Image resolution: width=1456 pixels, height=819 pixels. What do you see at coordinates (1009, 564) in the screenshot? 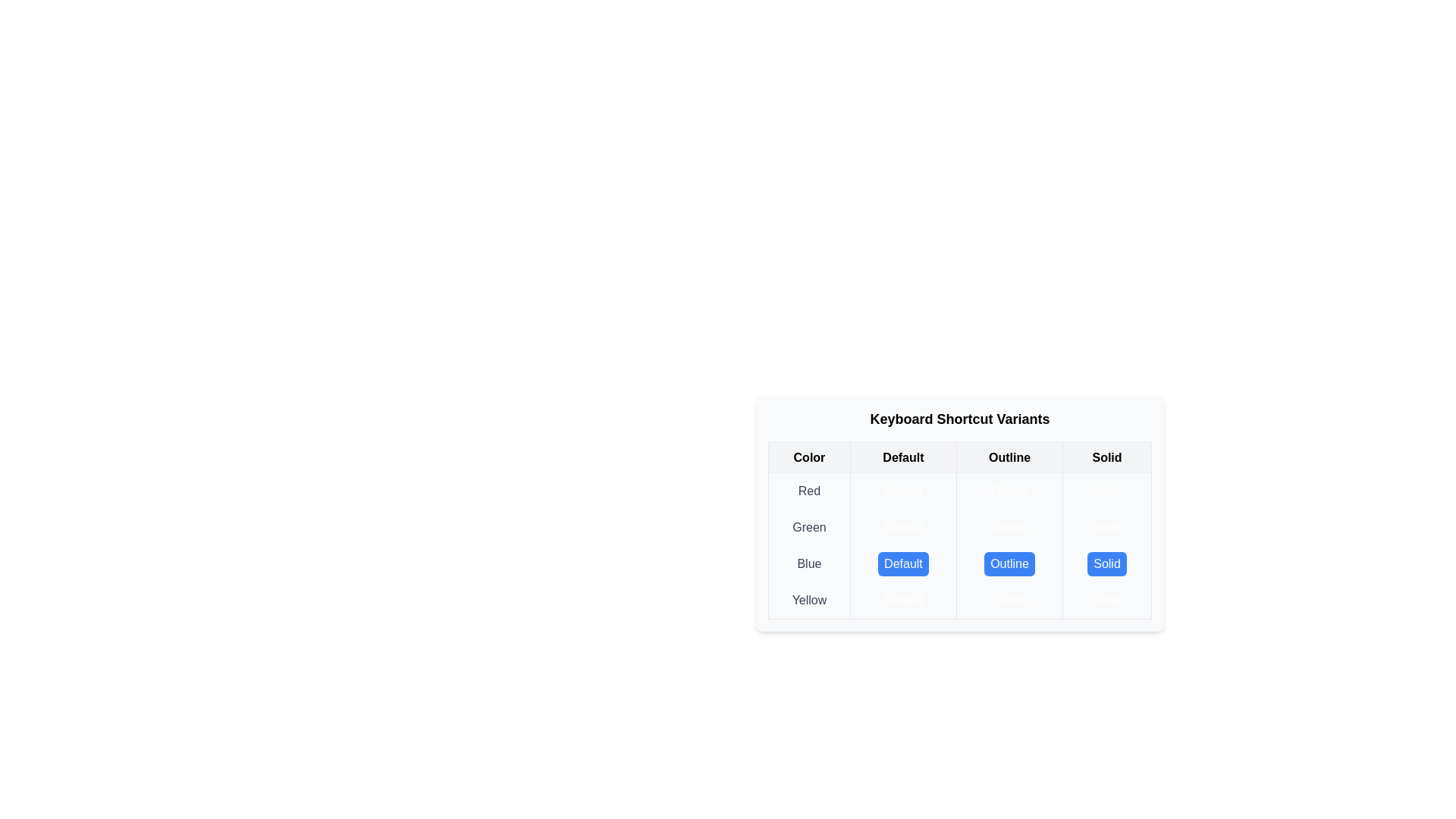
I see `the 'Outline' button in the 'Blue' color category` at bounding box center [1009, 564].